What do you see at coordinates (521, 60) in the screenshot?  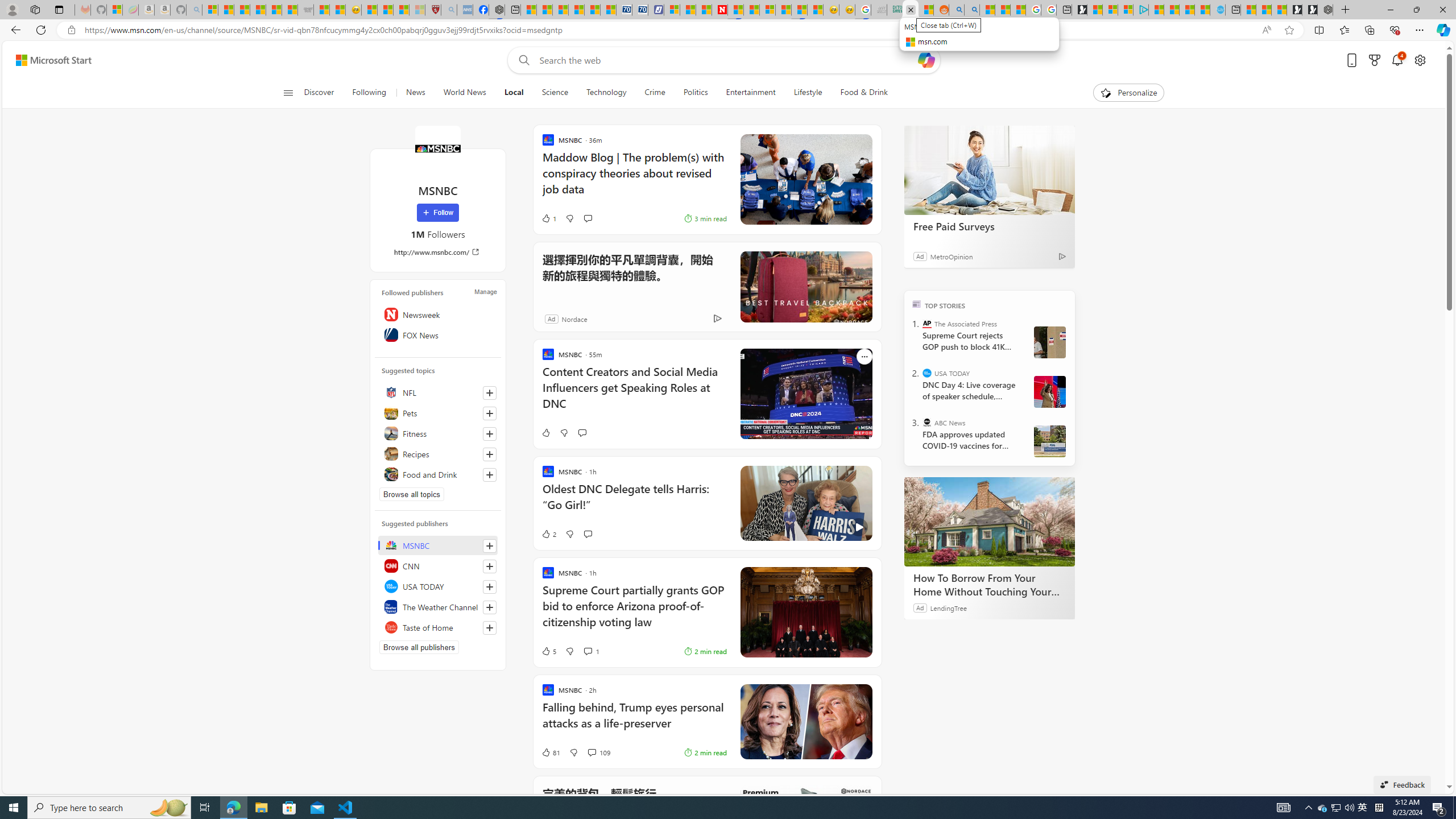 I see `'Web search'` at bounding box center [521, 60].